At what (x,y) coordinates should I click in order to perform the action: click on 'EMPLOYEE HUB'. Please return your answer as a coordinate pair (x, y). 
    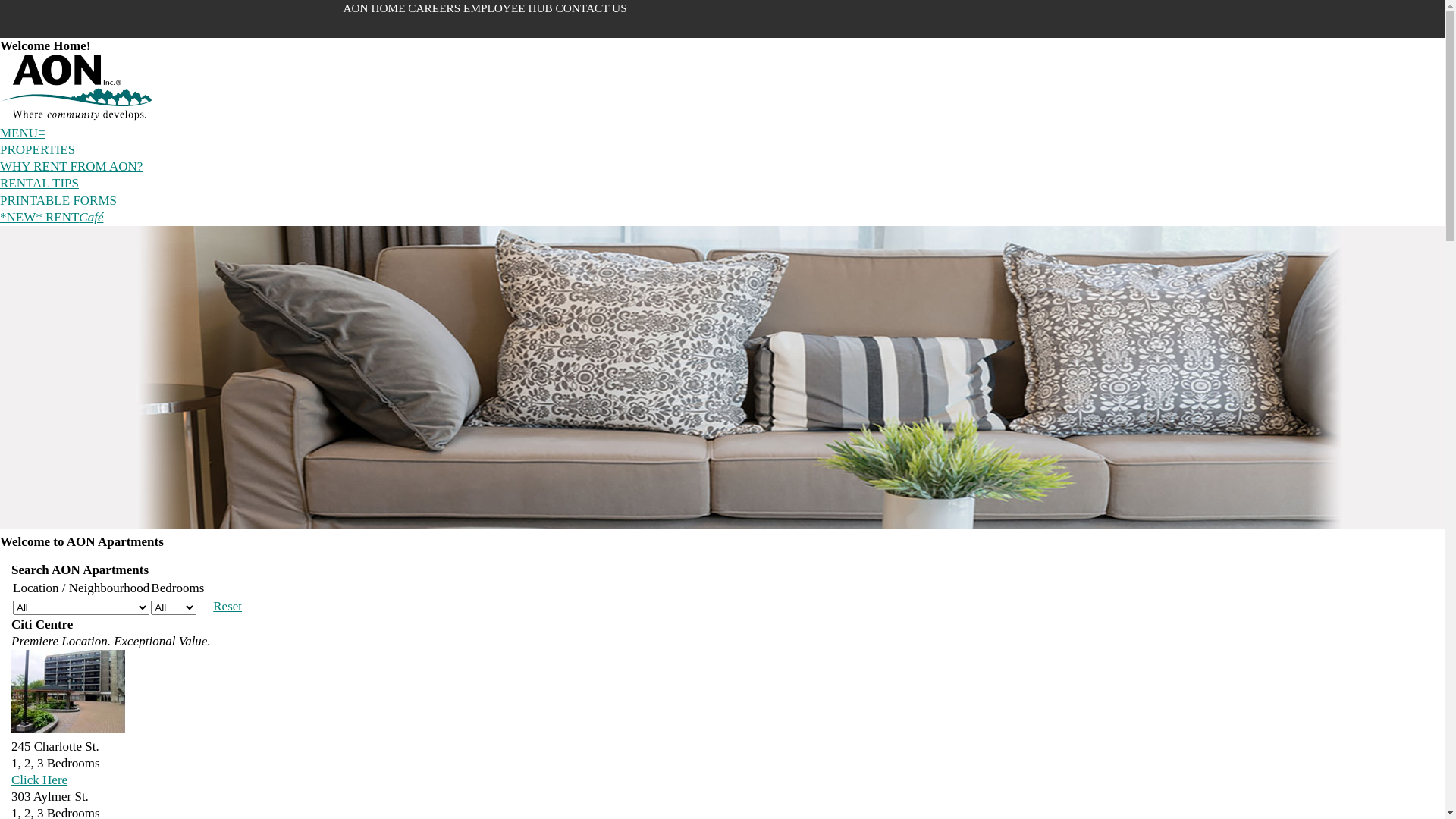
    Looking at the image, I should click on (510, 8).